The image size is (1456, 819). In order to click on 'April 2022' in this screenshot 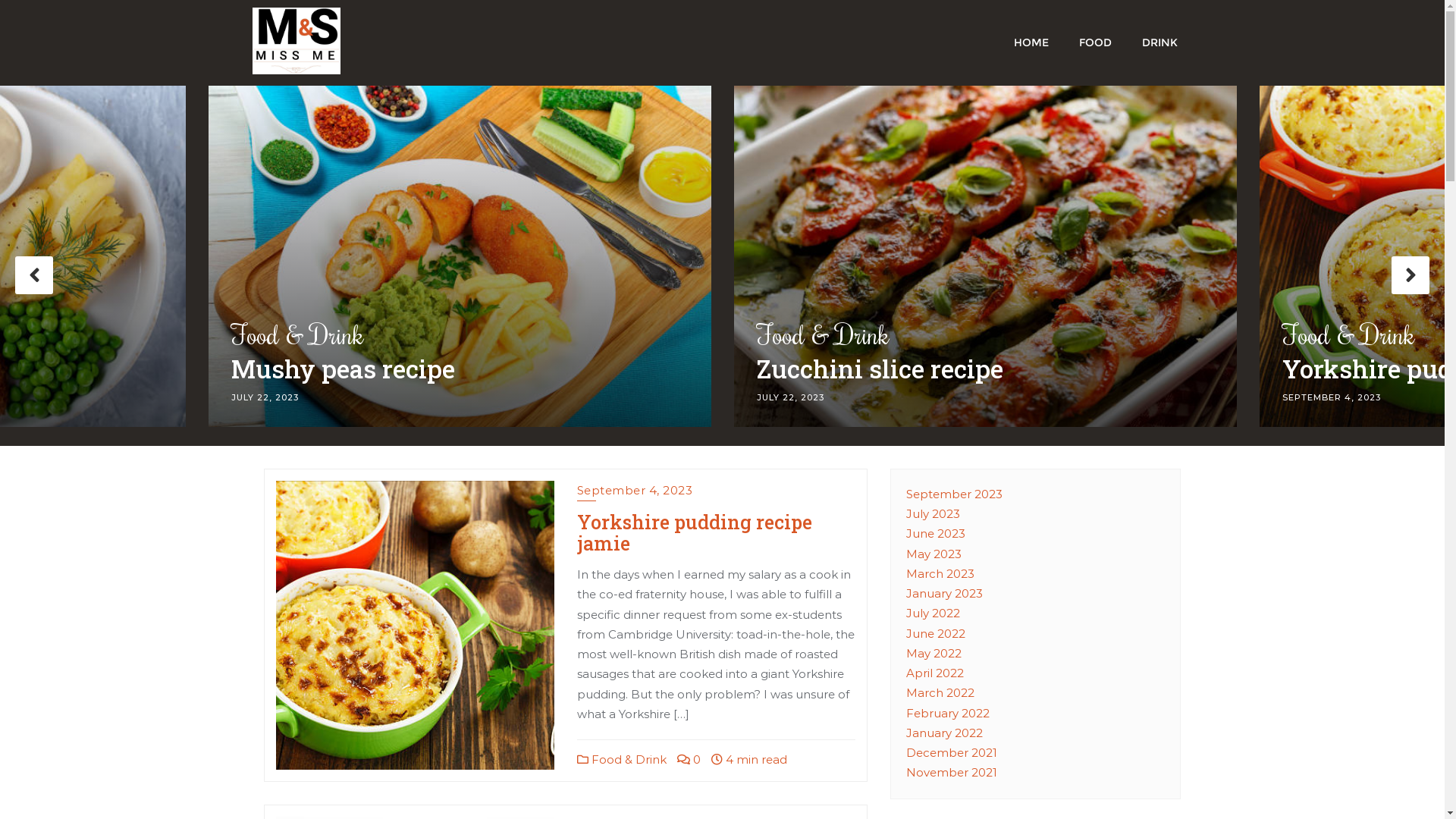, I will do `click(934, 672)`.